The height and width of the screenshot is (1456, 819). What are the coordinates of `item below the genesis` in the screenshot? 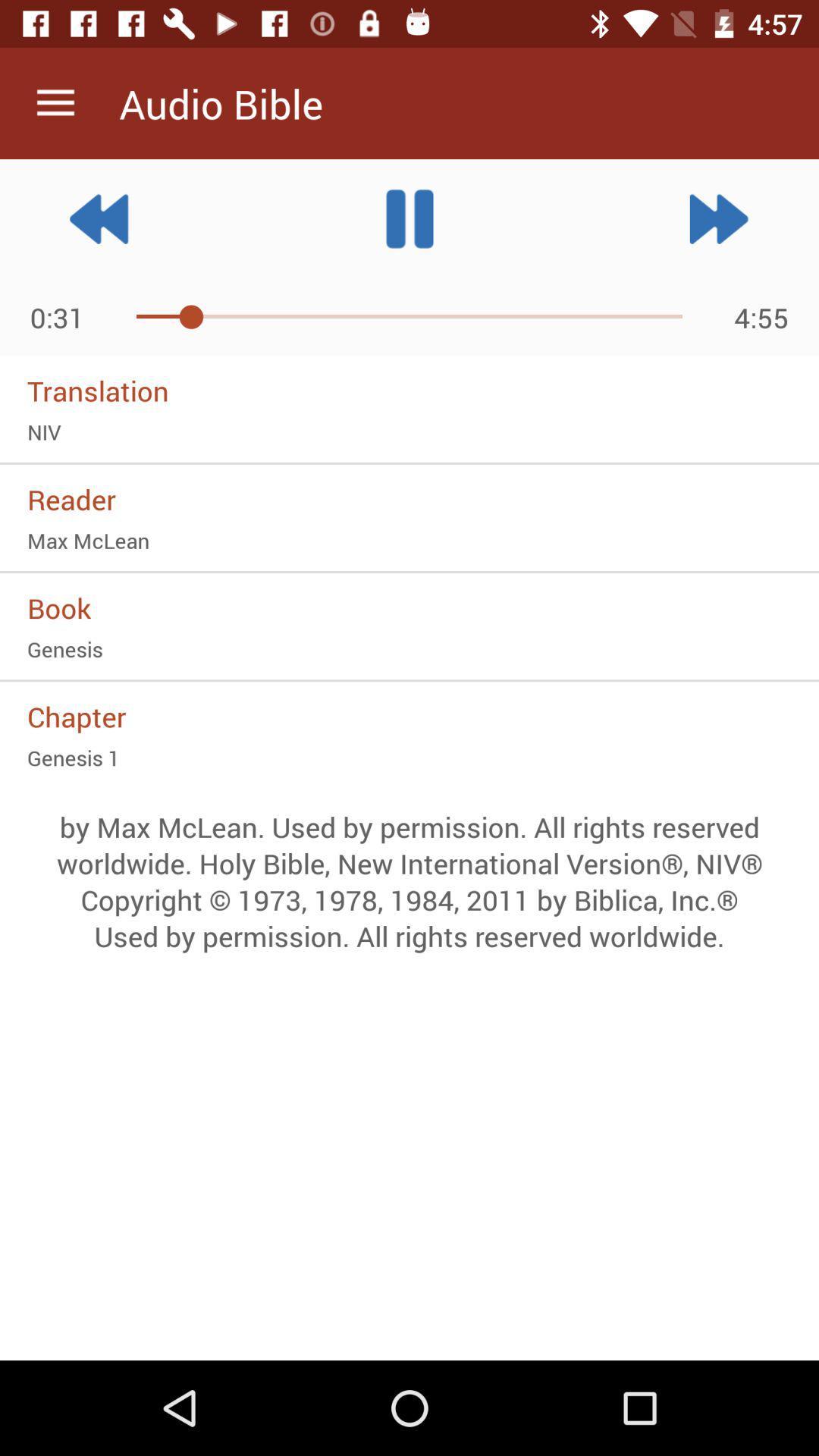 It's located at (409, 716).